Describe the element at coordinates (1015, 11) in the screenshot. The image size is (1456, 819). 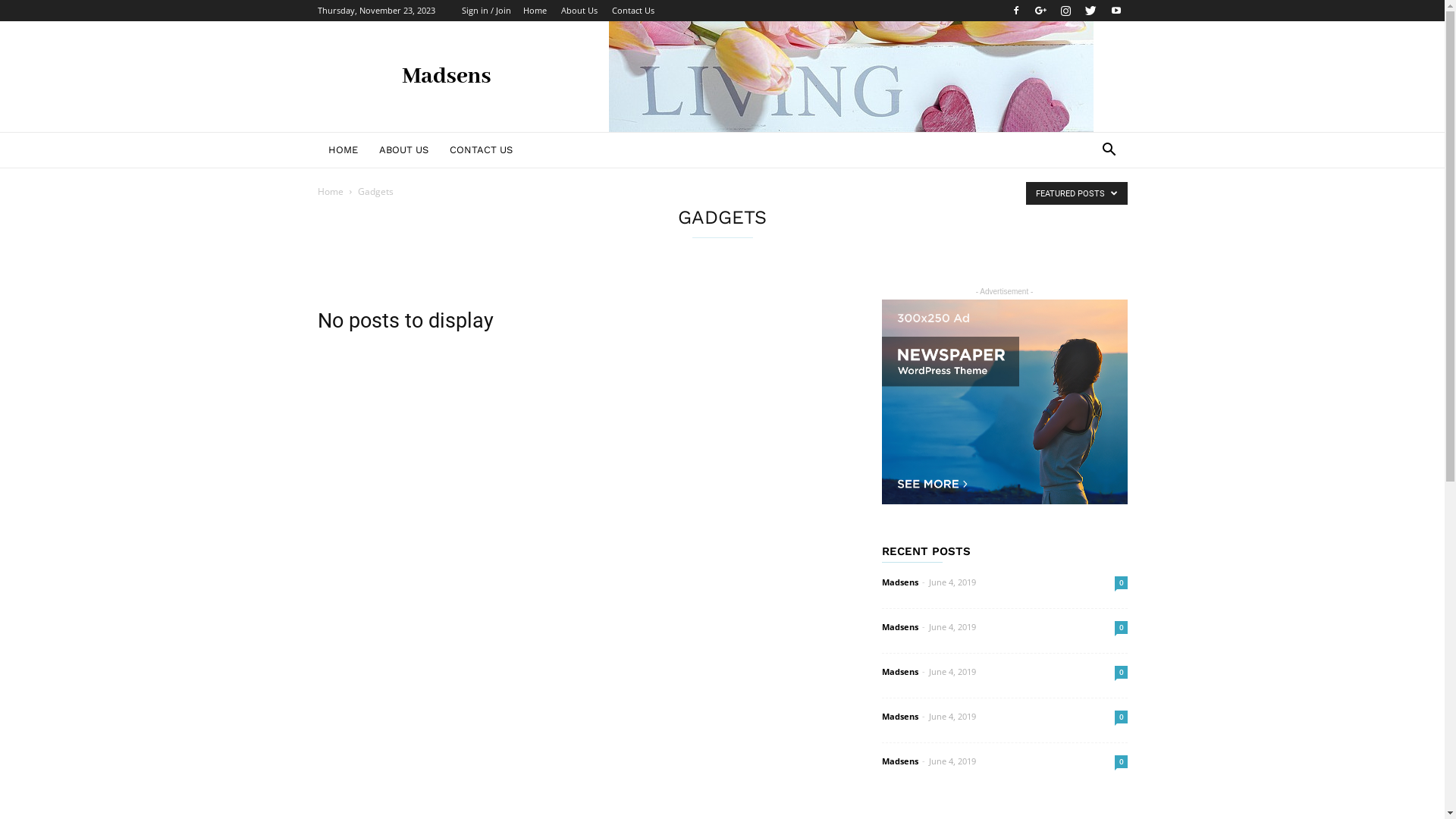
I see `'Facebook'` at that location.